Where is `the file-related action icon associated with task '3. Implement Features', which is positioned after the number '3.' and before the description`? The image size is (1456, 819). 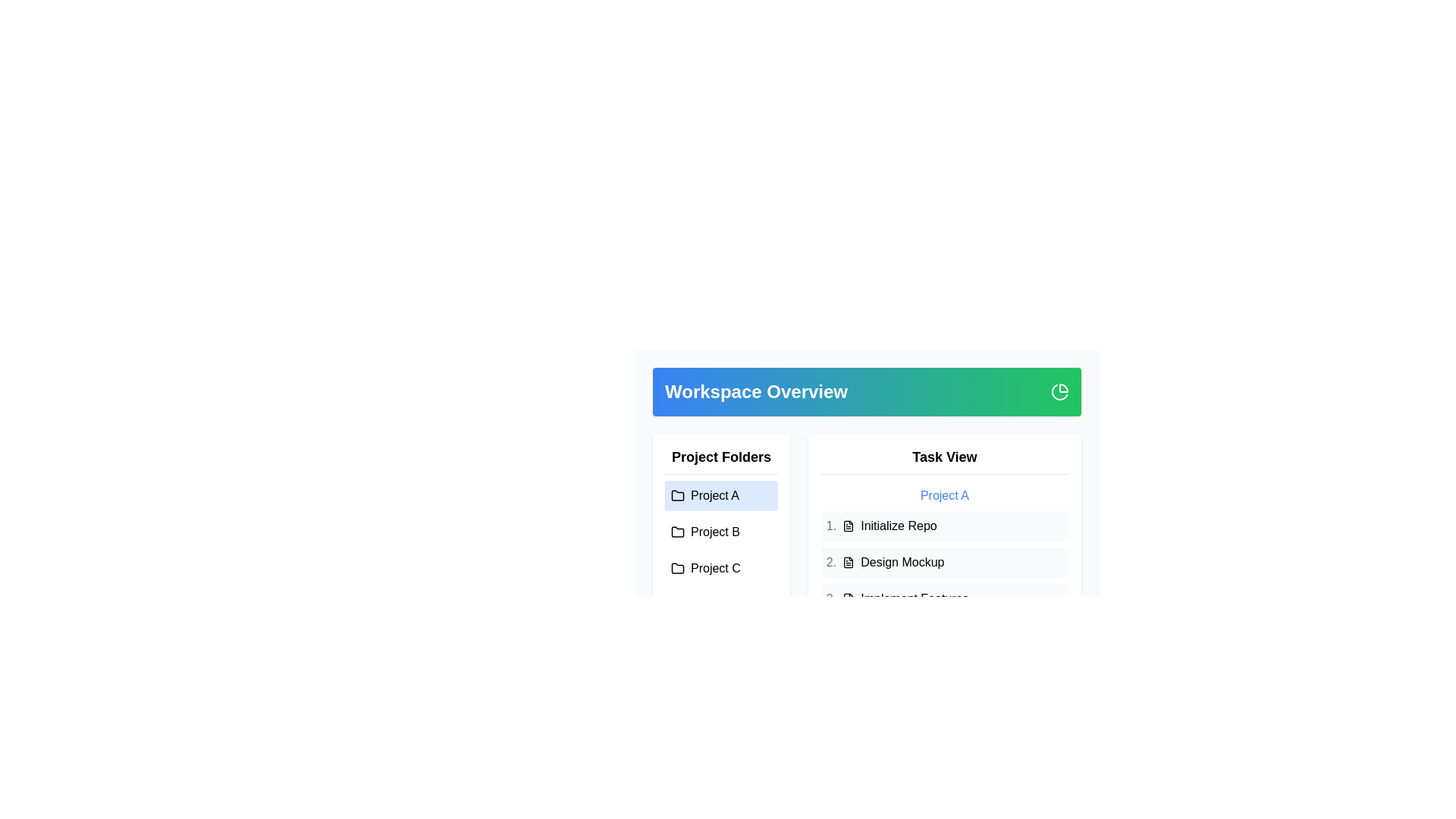 the file-related action icon associated with task '3. Implement Features', which is positioned after the number '3.' and before the description is located at coordinates (848, 598).